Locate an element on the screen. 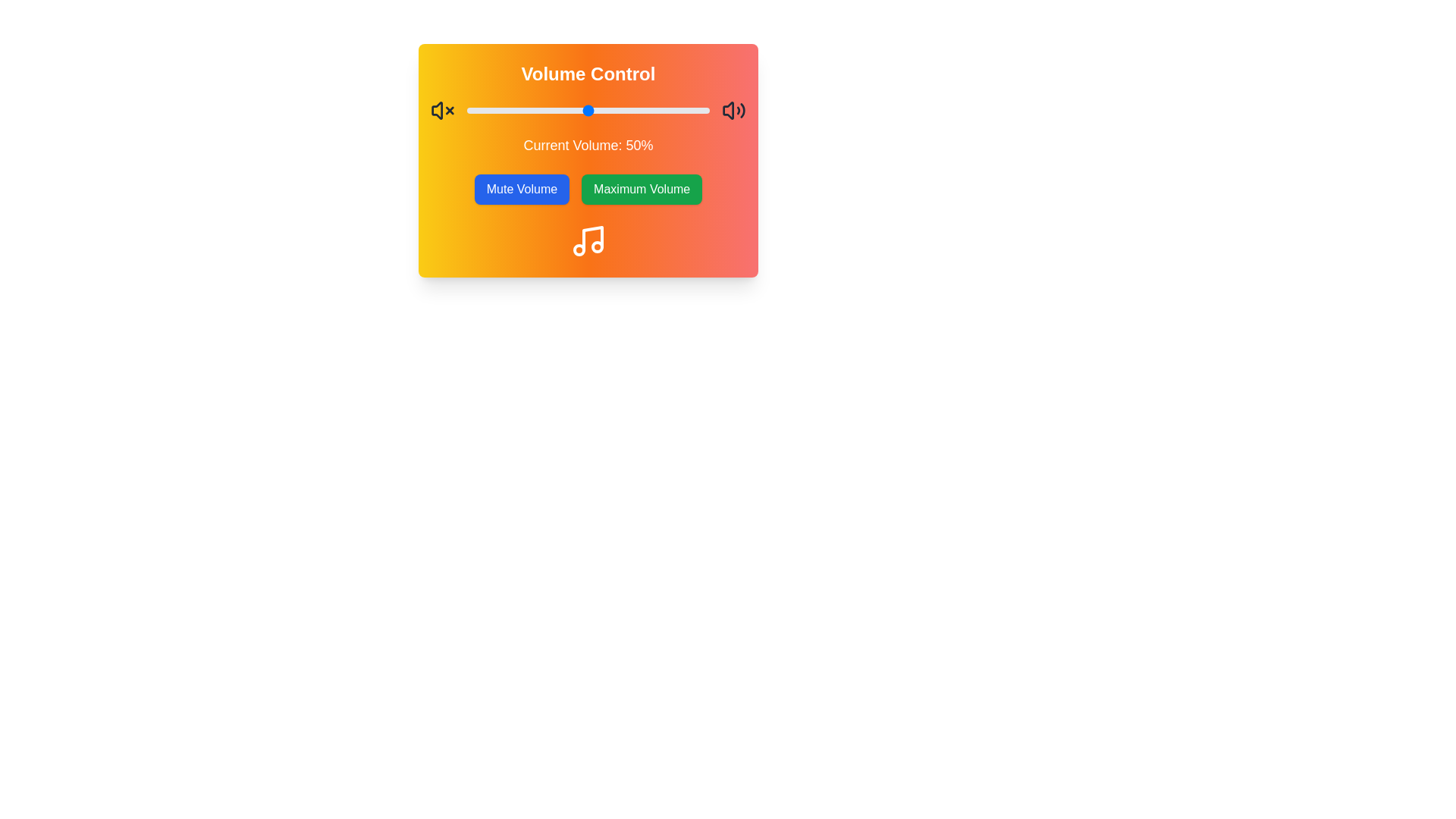 This screenshot has height=819, width=1456. the volume slider to 26% is located at coordinates (530, 110).